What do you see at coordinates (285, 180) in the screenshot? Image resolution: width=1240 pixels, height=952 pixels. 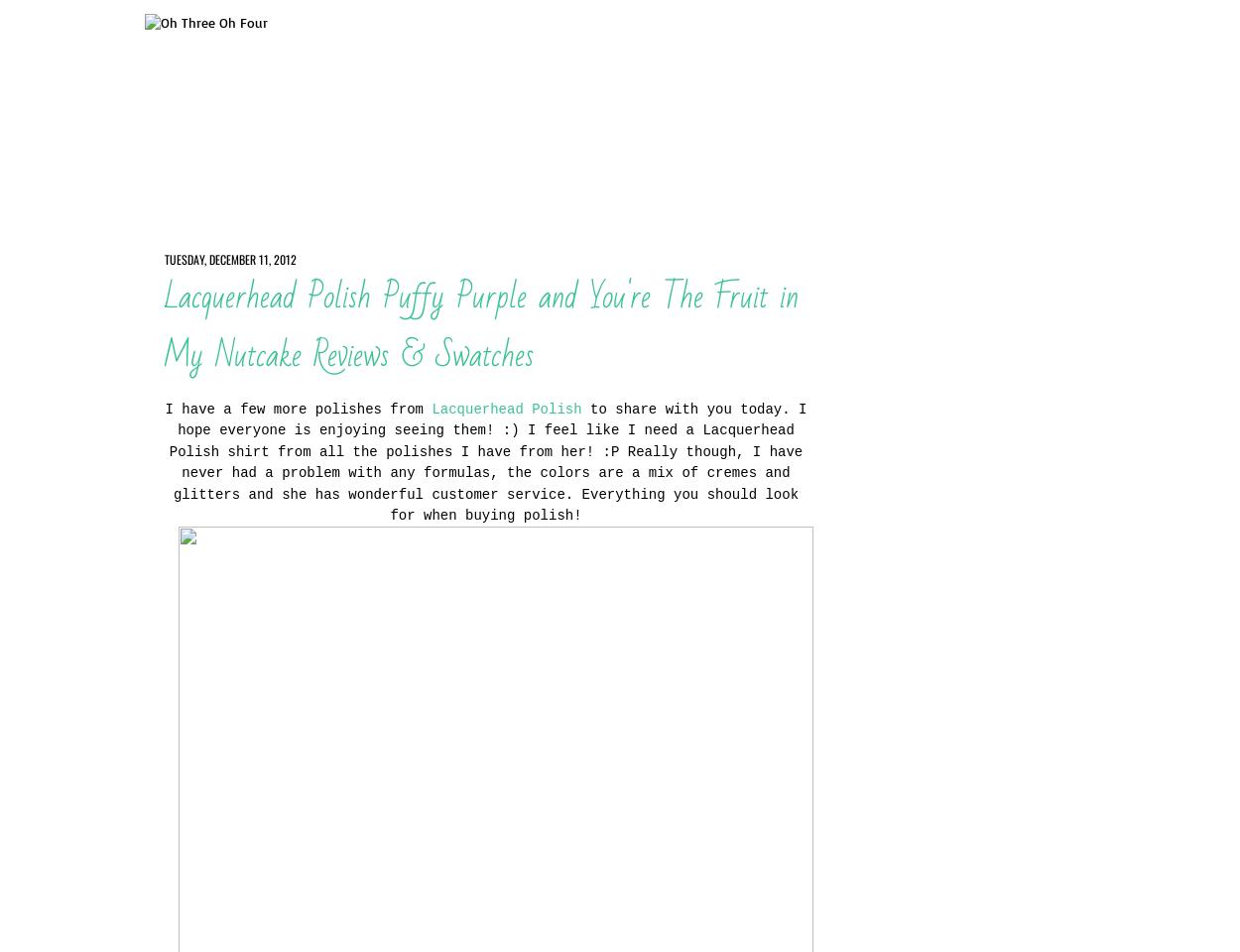 I see `'Home'` at bounding box center [285, 180].